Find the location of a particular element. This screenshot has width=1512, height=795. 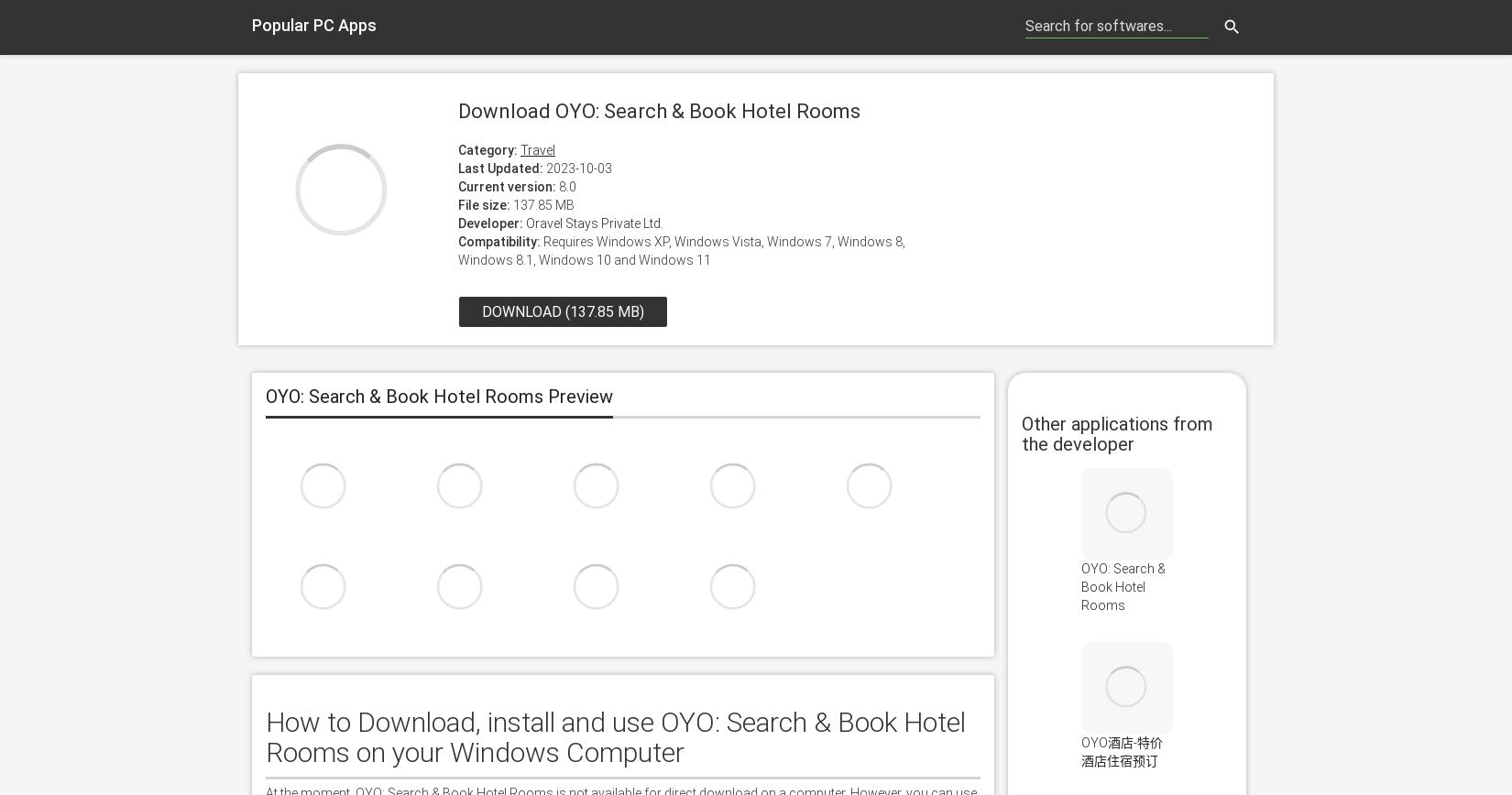

'2023-10-03' is located at coordinates (576, 169).